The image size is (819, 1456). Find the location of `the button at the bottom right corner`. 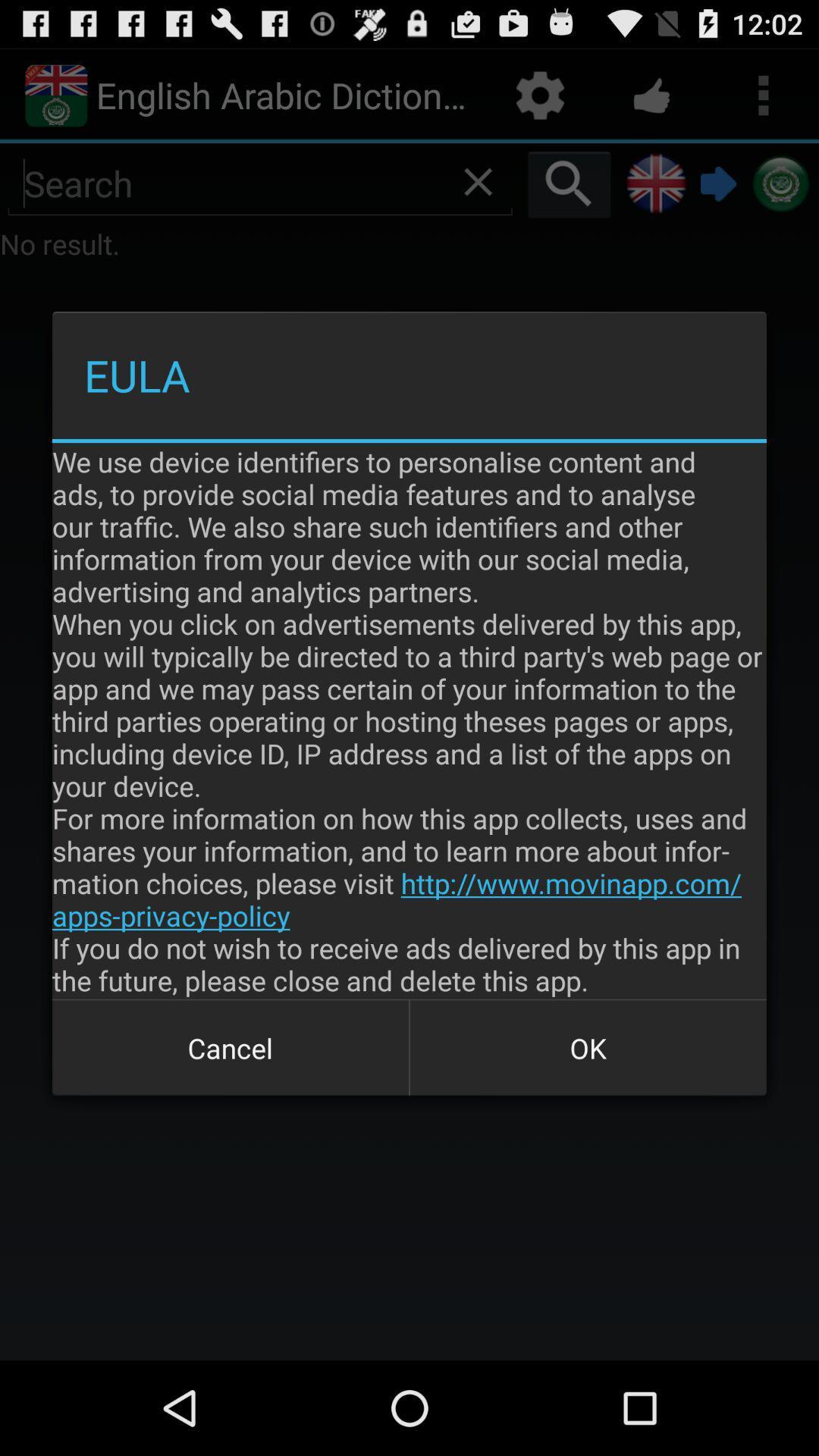

the button at the bottom right corner is located at coordinates (587, 1047).